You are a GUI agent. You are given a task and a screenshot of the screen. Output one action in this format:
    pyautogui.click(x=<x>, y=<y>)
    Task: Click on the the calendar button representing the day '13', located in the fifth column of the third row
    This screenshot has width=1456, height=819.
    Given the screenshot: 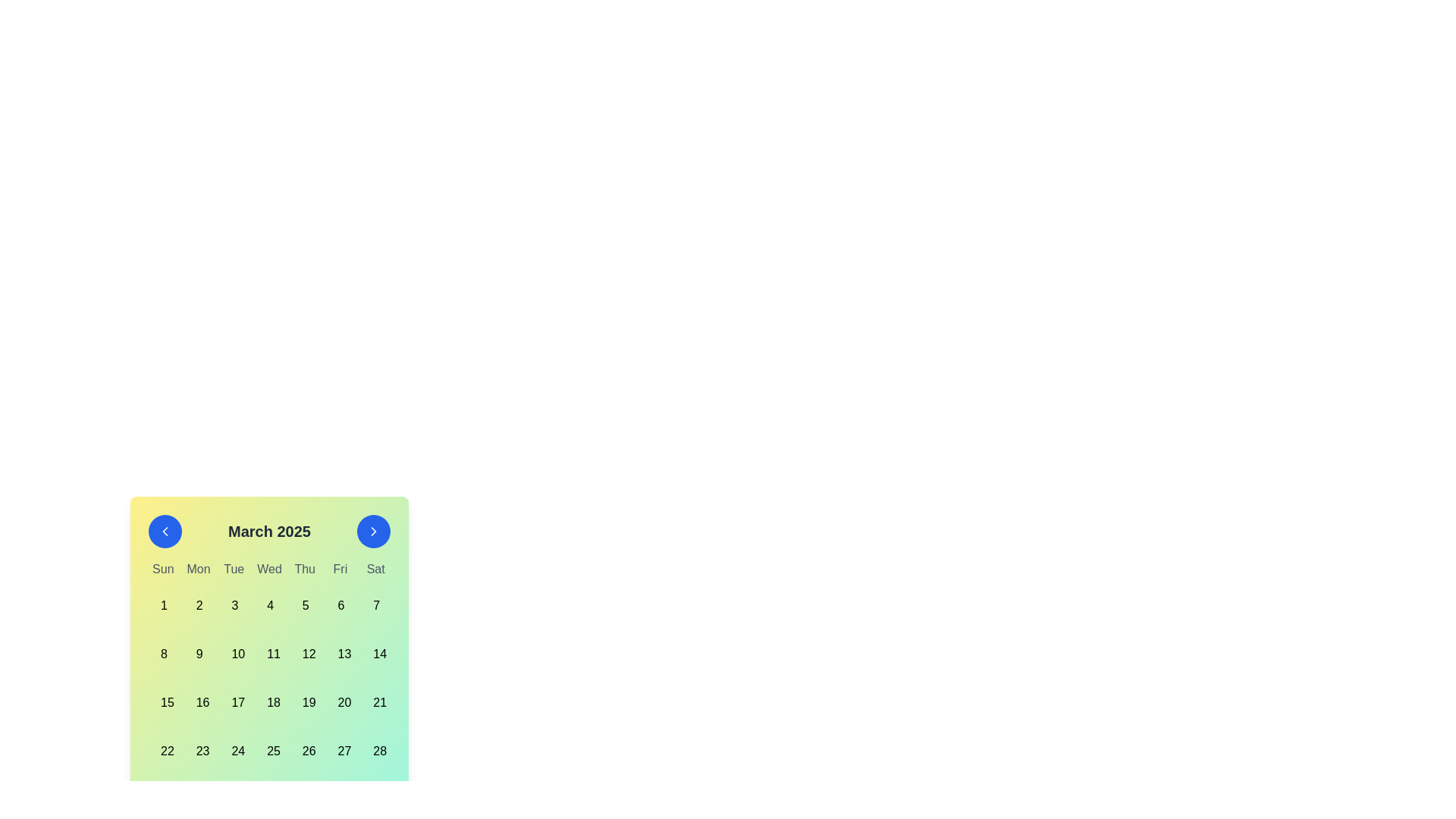 What is the action you would take?
    pyautogui.click(x=339, y=654)
    